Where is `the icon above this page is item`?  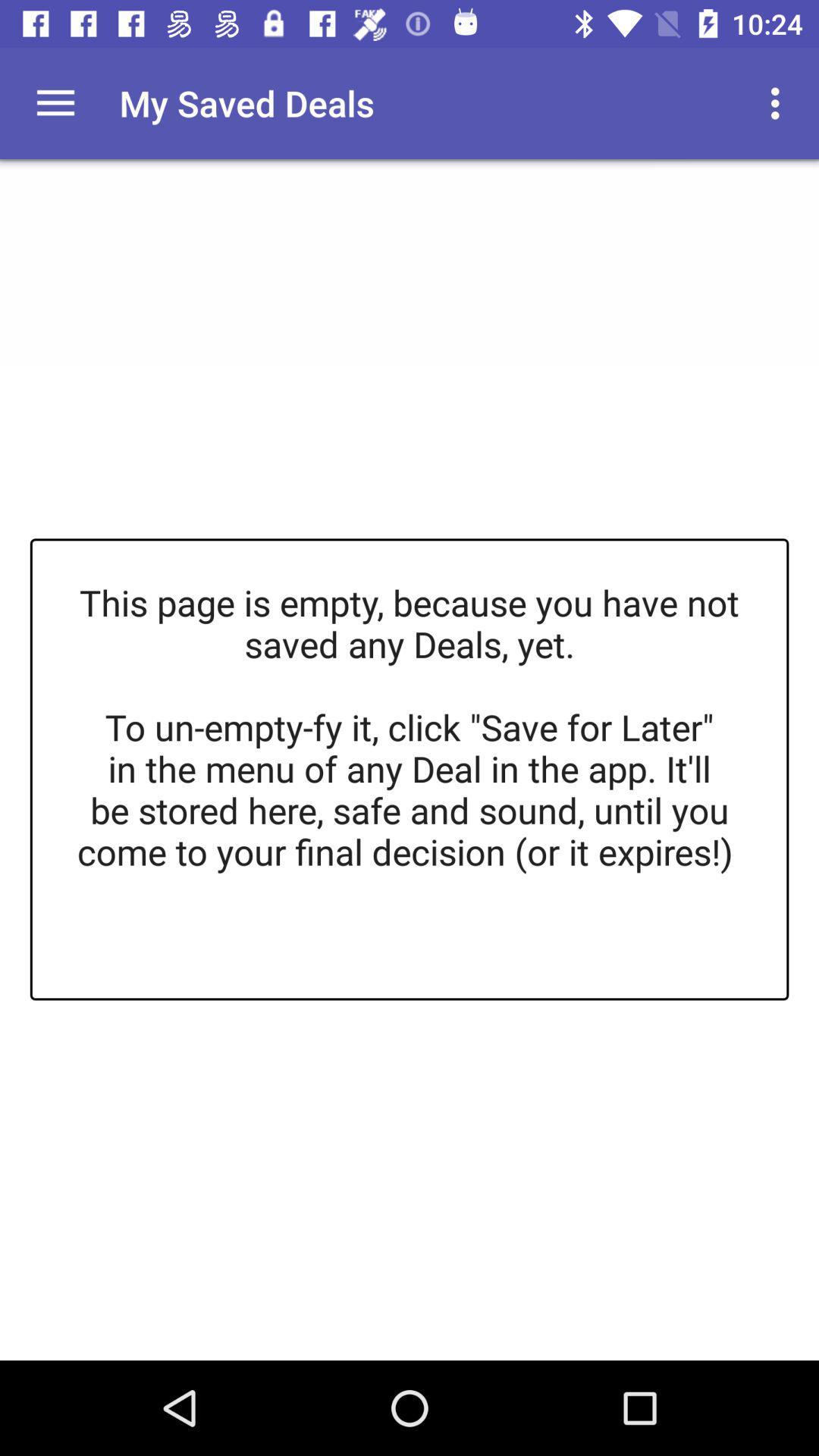
the icon above this page is item is located at coordinates (55, 102).